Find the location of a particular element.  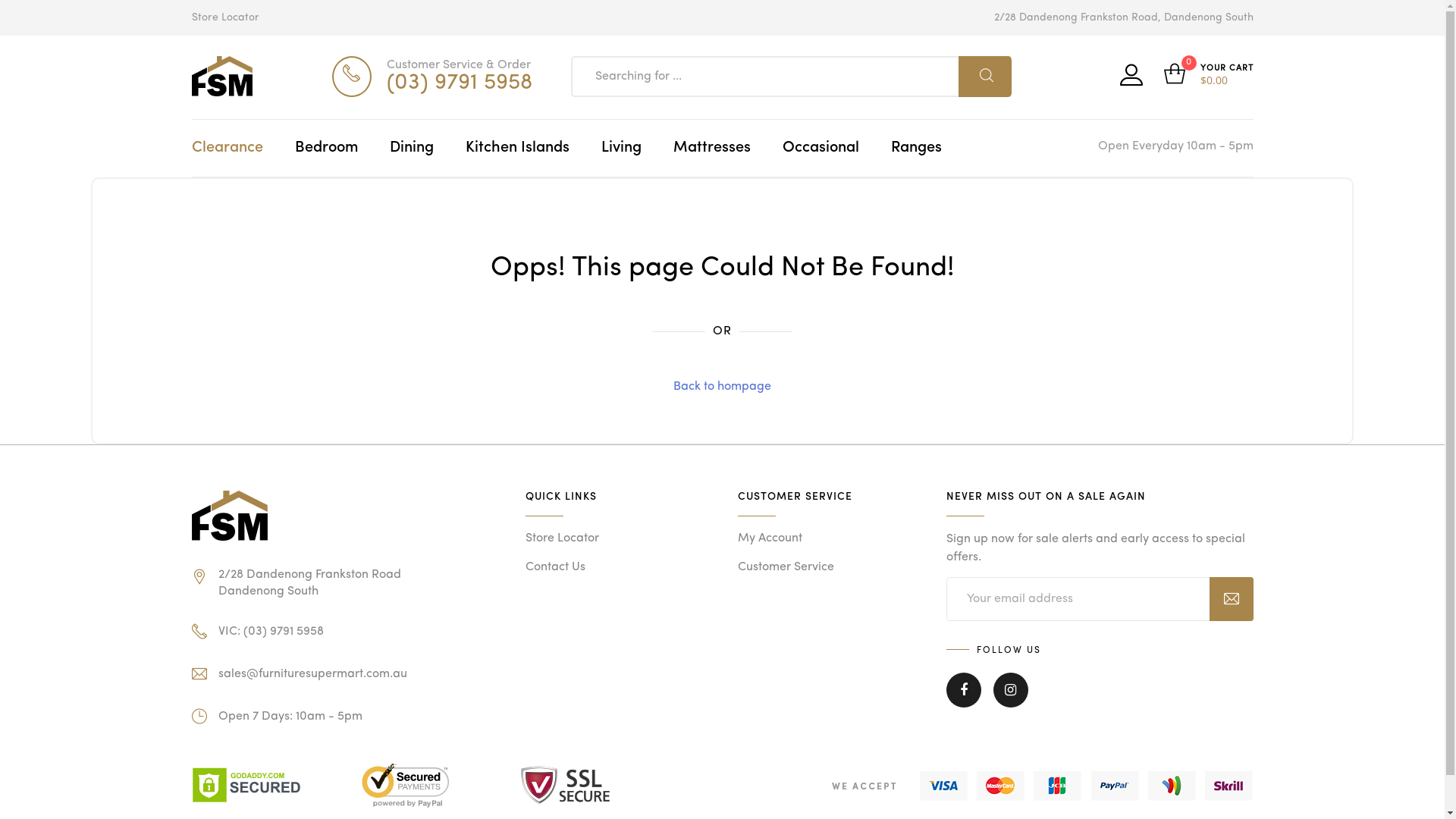

'Ranges' is located at coordinates (915, 148).